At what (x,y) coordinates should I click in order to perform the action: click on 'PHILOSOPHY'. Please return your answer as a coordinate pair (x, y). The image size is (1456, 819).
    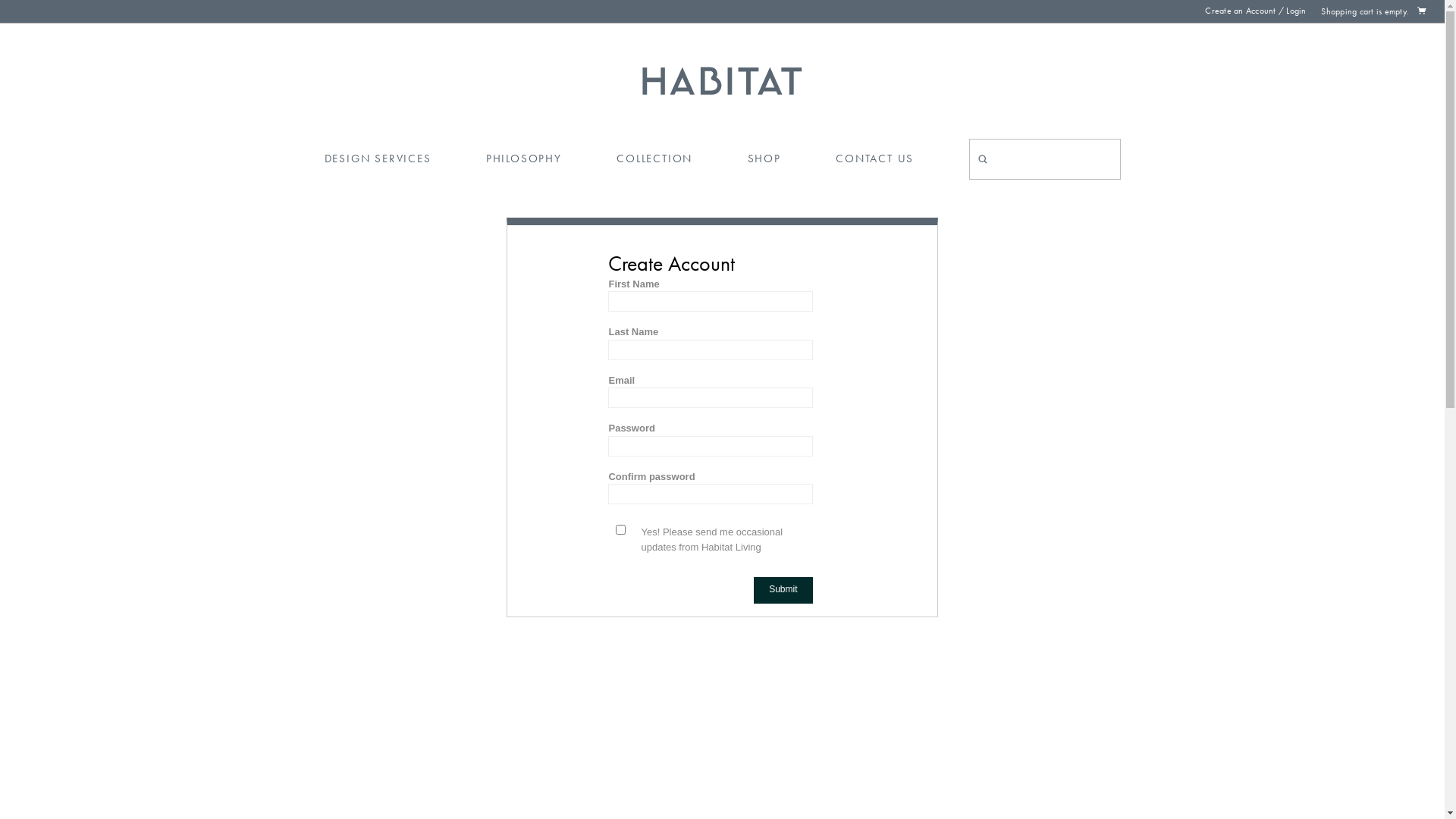
    Looking at the image, I should click on (524, 158).